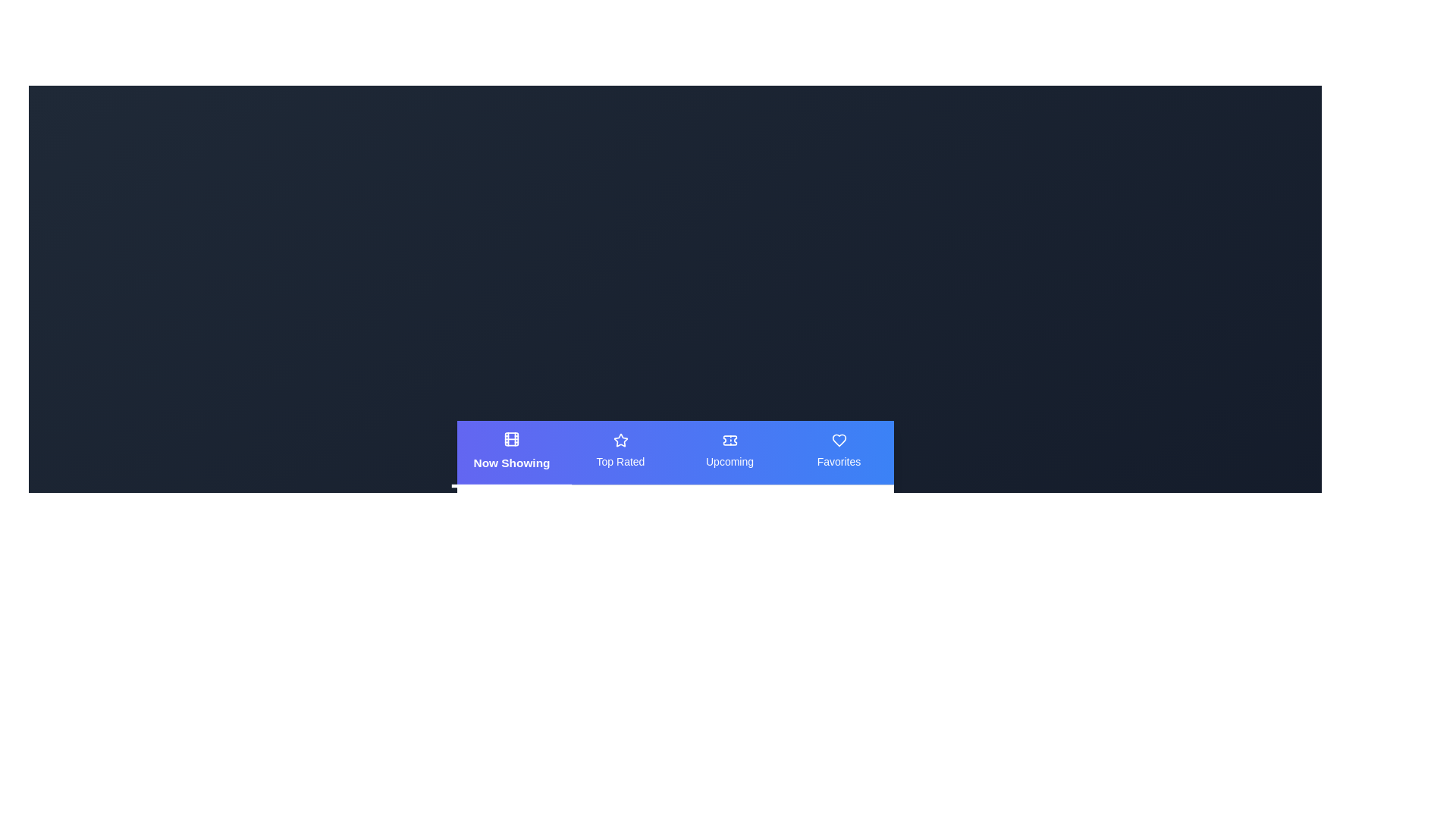  I want to click on the ticket icon located in the 'Upcoming' section of the bottom navigation bar, so click(730, 440).